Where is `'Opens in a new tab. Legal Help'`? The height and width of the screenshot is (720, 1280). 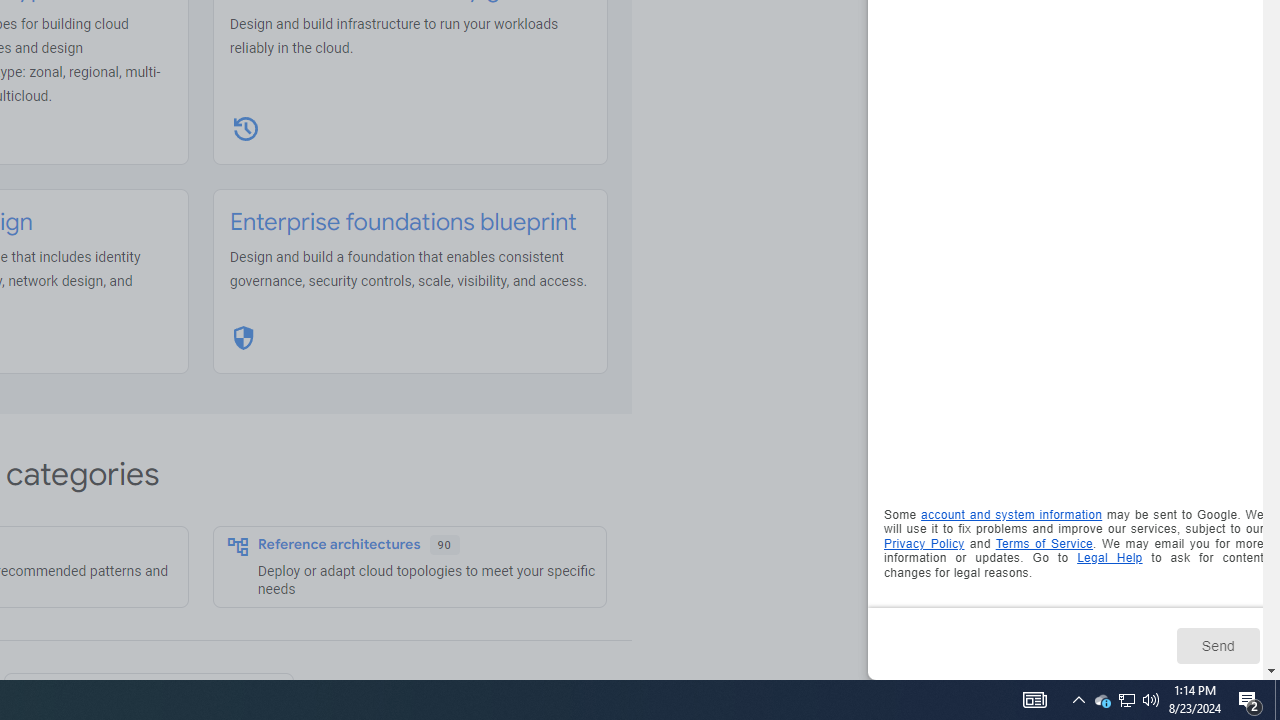
'Opens in a new tab. Legal Help' is located at coordinates (1108, 558).